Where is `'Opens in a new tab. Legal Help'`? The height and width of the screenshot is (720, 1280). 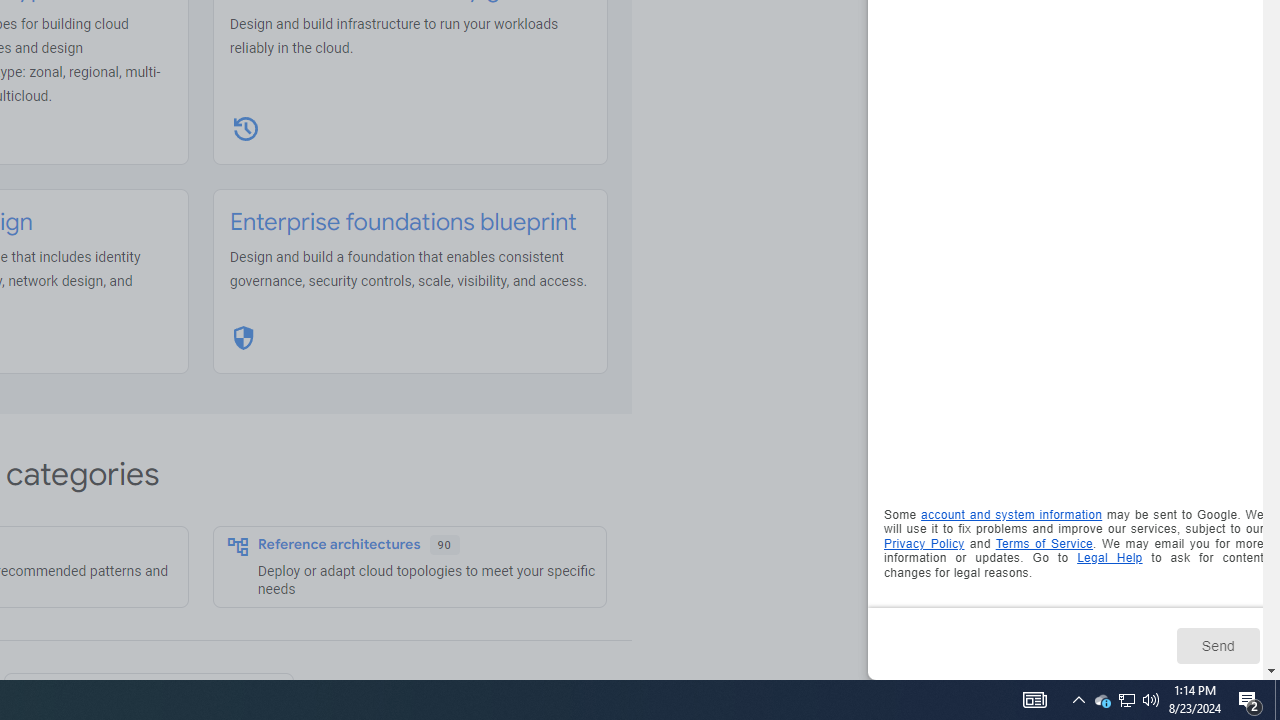
'Opens in a new tab. Legal Help' is located at coordinates (1108, 558).